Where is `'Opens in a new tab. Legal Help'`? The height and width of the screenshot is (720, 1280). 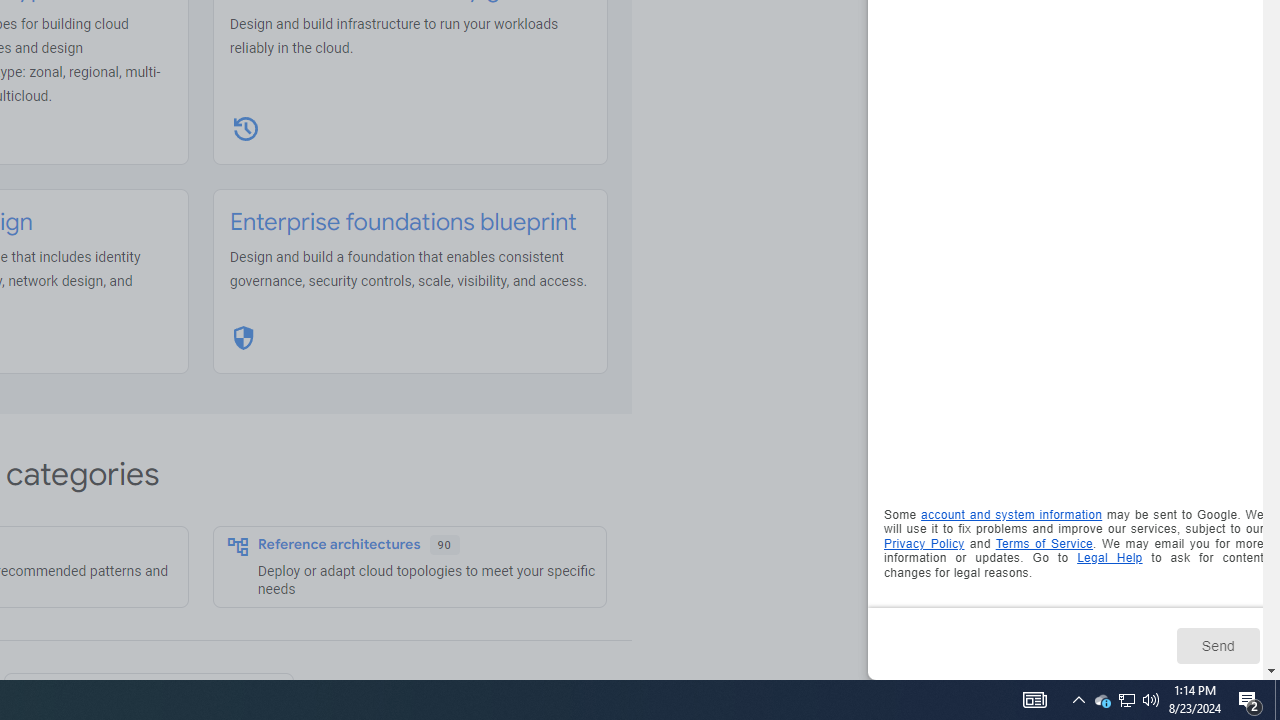
'Opens in a new tab. Legal Help' is located at coordinates (1108, 558).